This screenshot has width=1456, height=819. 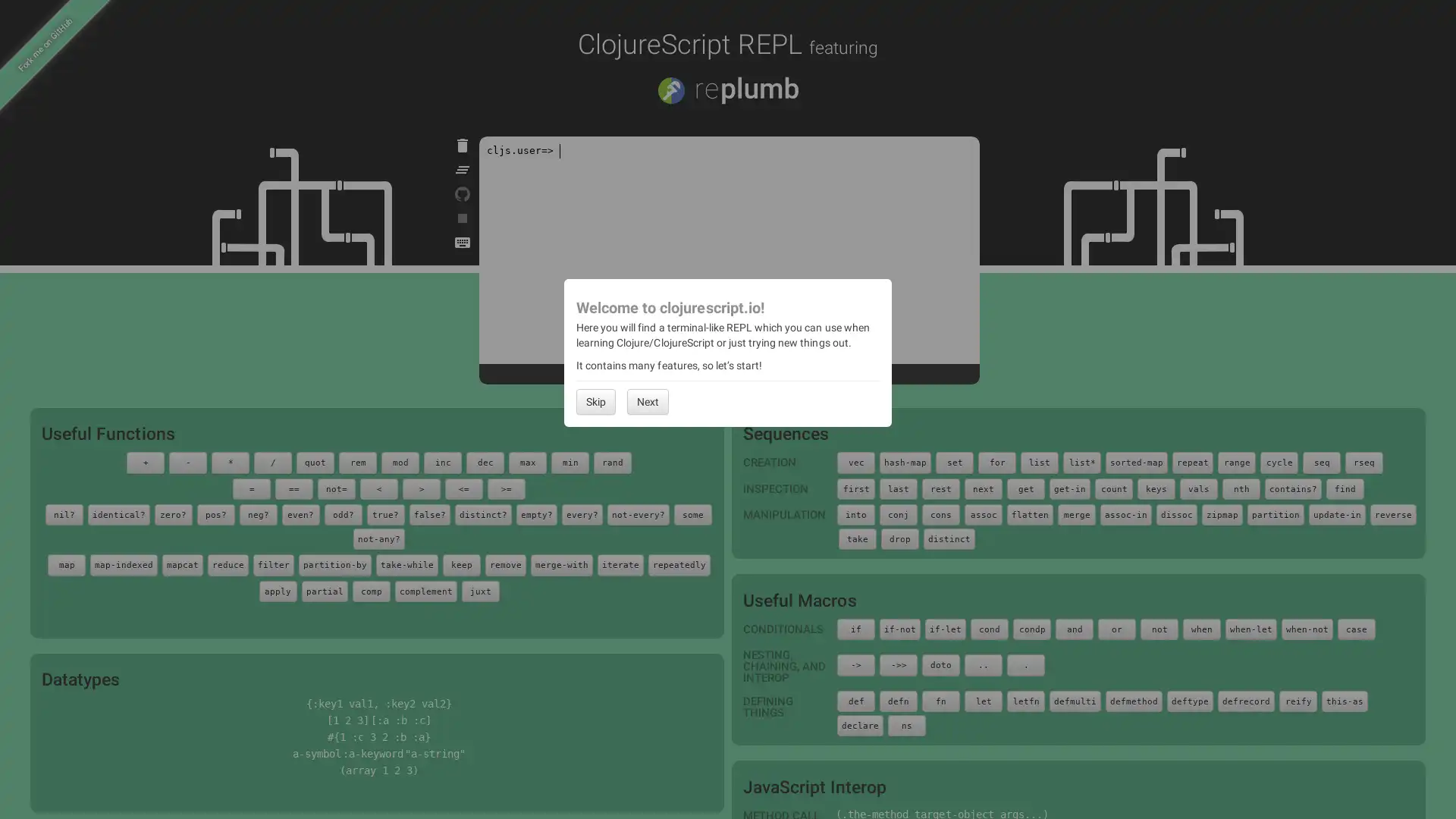 I want to click on complement, so click(x=425, y=590).